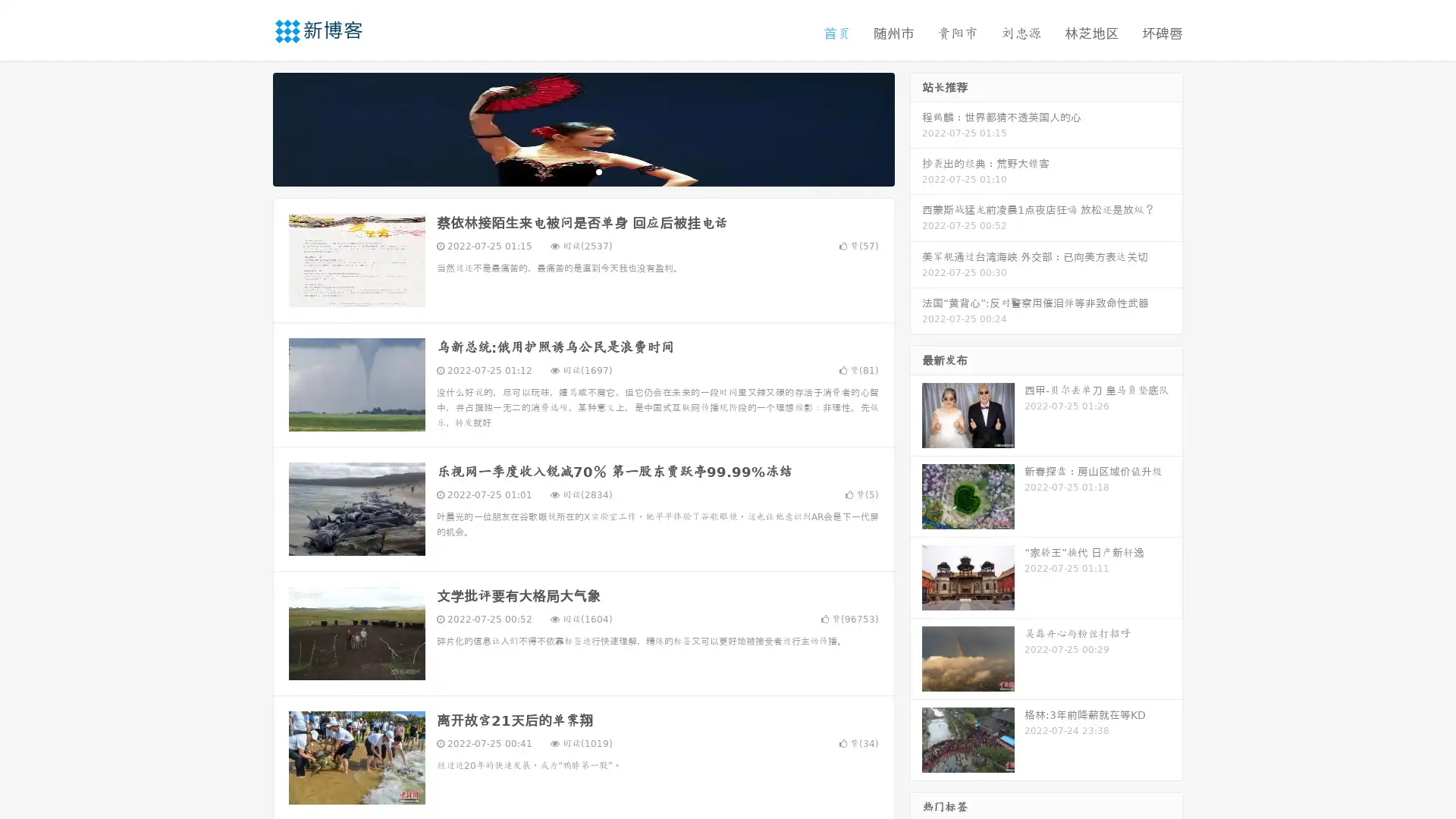 The height and width of the screenshot is (819, 1456). What do you see at coordinates (567, 171) in the screenshot?
I see `Go to slide 1` at bounding box center [567, 171].